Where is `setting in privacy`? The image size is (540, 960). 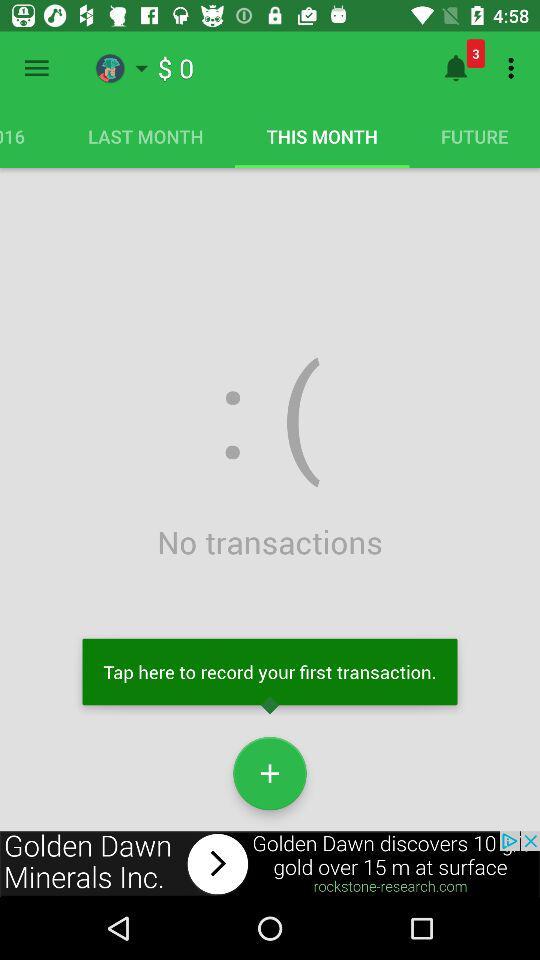
setting in privacy is located at coordinates (36, 68).